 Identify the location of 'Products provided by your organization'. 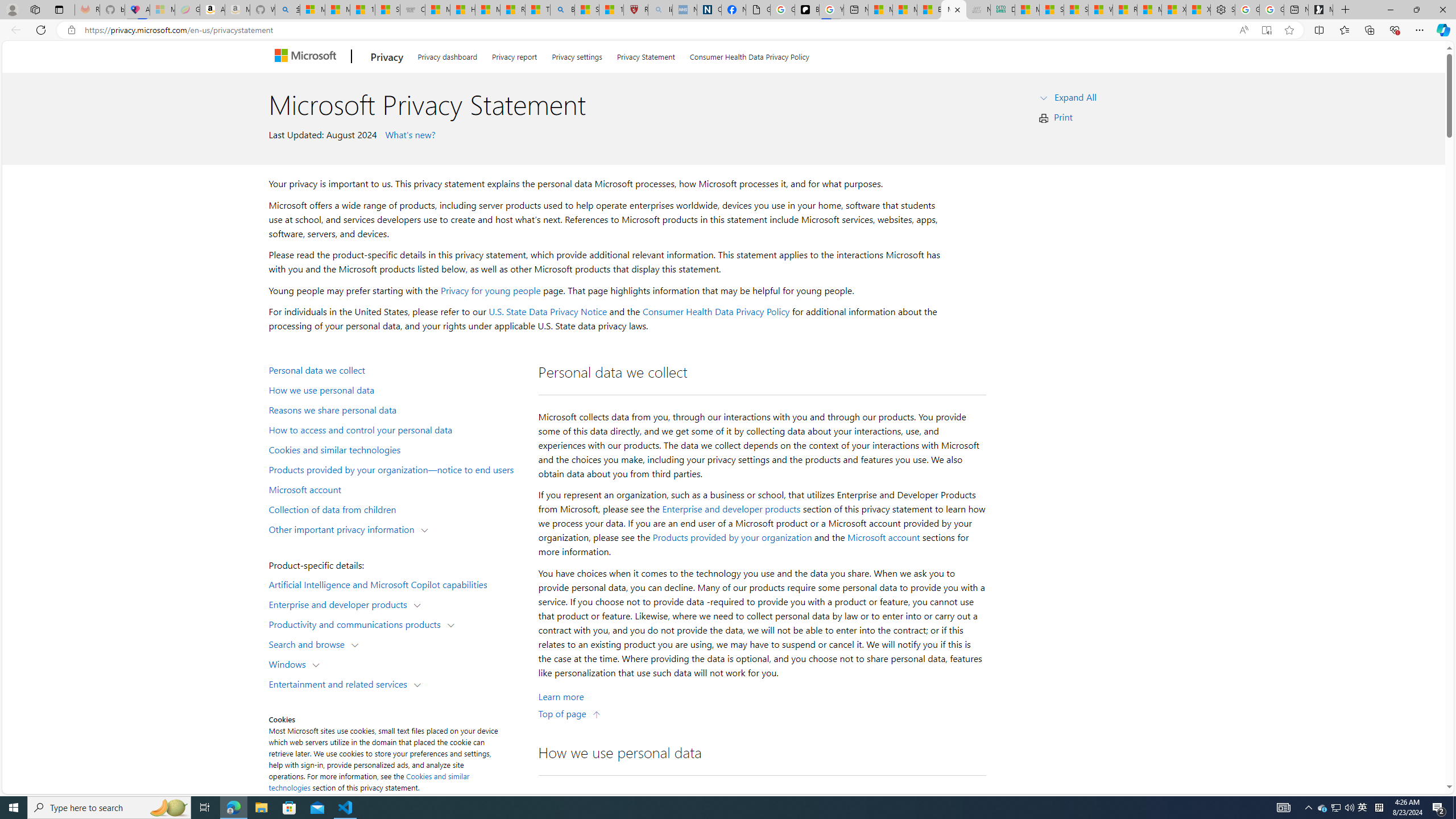
(732, 537).